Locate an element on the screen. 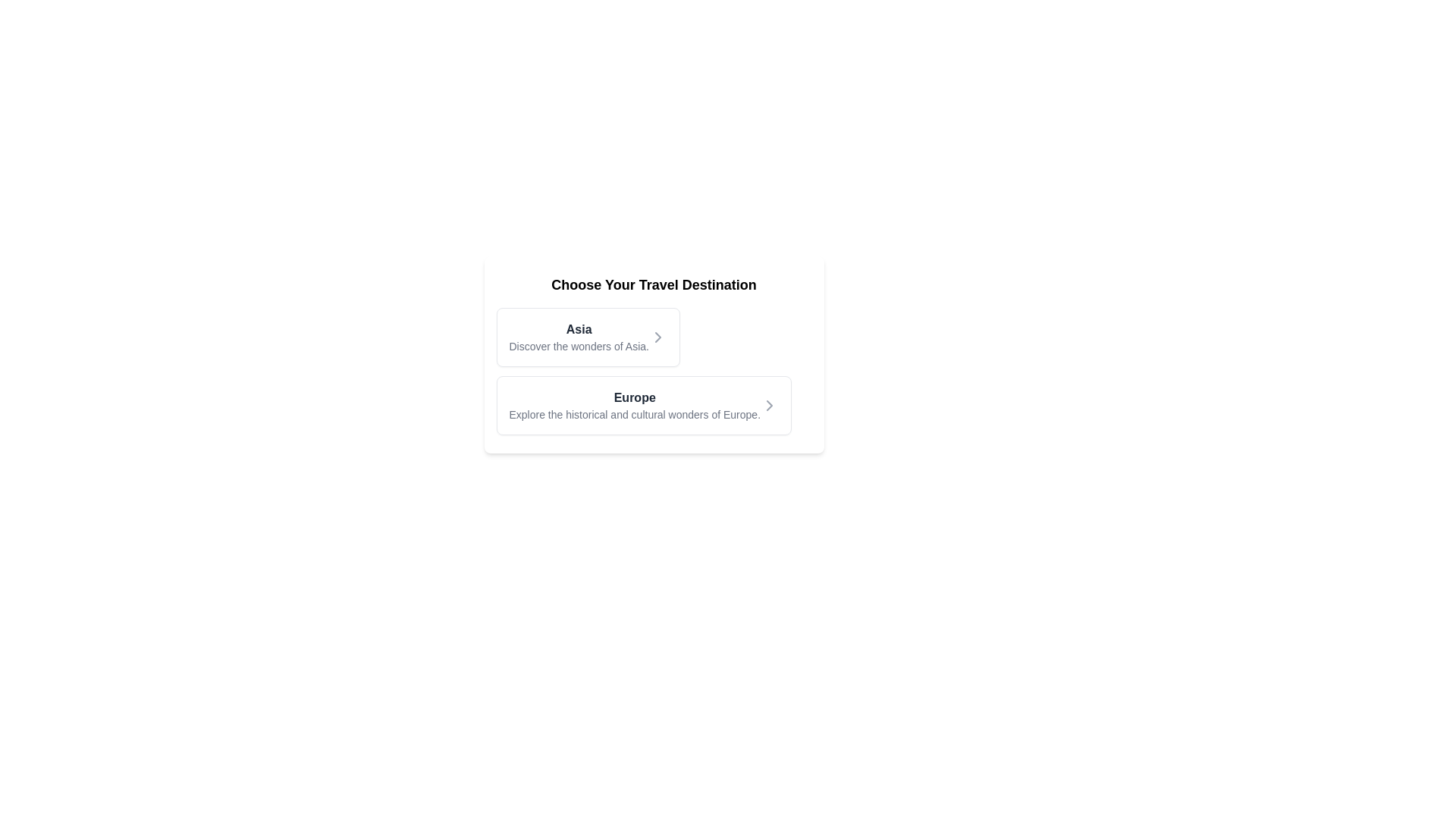  the text label displaying 'Discover the wonders of Asia.' which is located below the title 'Asia' in the upper card representing the Asia travel option is located at coordinates (578, 346).